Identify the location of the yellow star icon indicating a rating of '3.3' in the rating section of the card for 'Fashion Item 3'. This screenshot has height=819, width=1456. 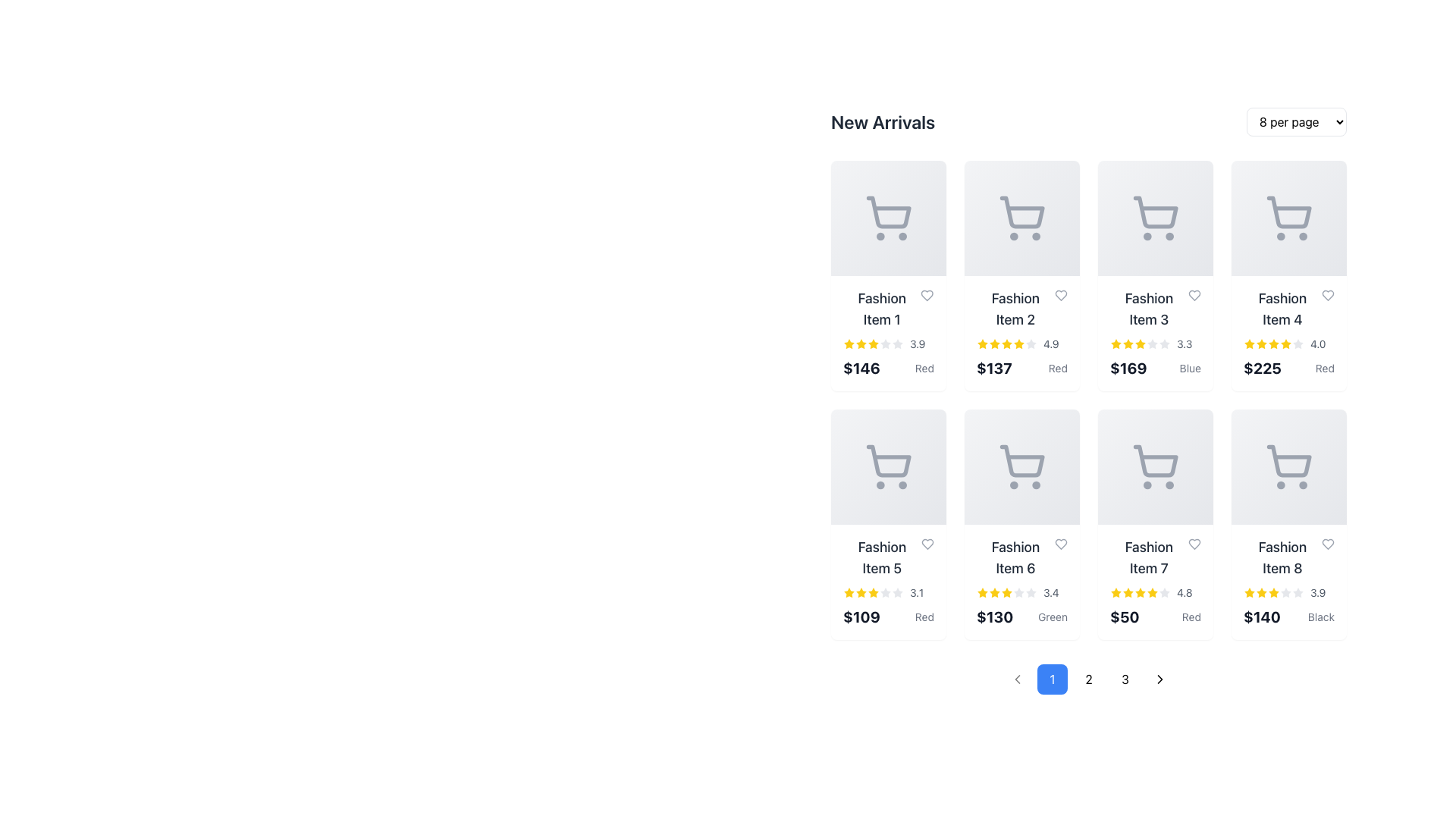
(1116, 344).